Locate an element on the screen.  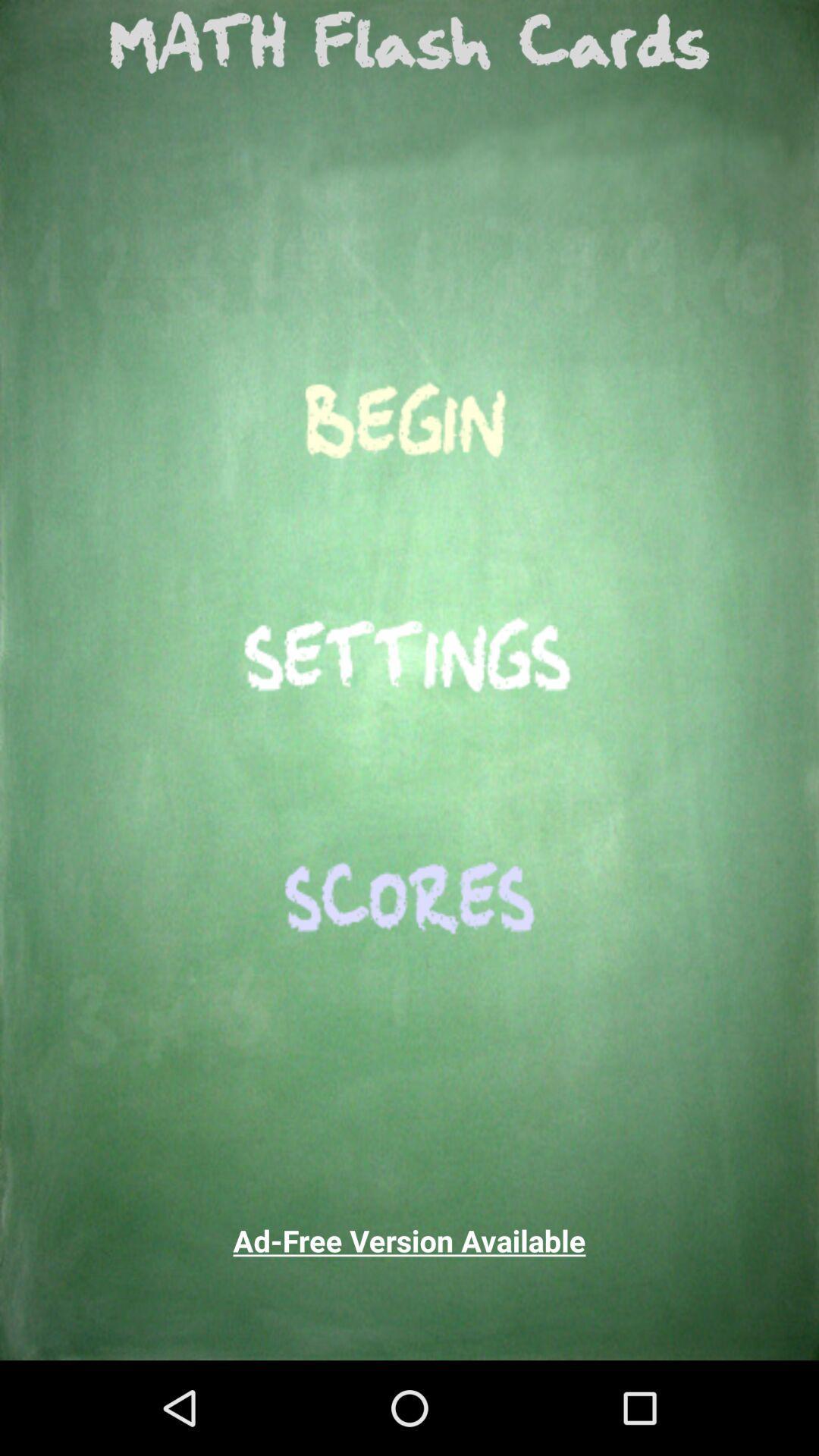
ad free version is located at coordinates (409, 1241).